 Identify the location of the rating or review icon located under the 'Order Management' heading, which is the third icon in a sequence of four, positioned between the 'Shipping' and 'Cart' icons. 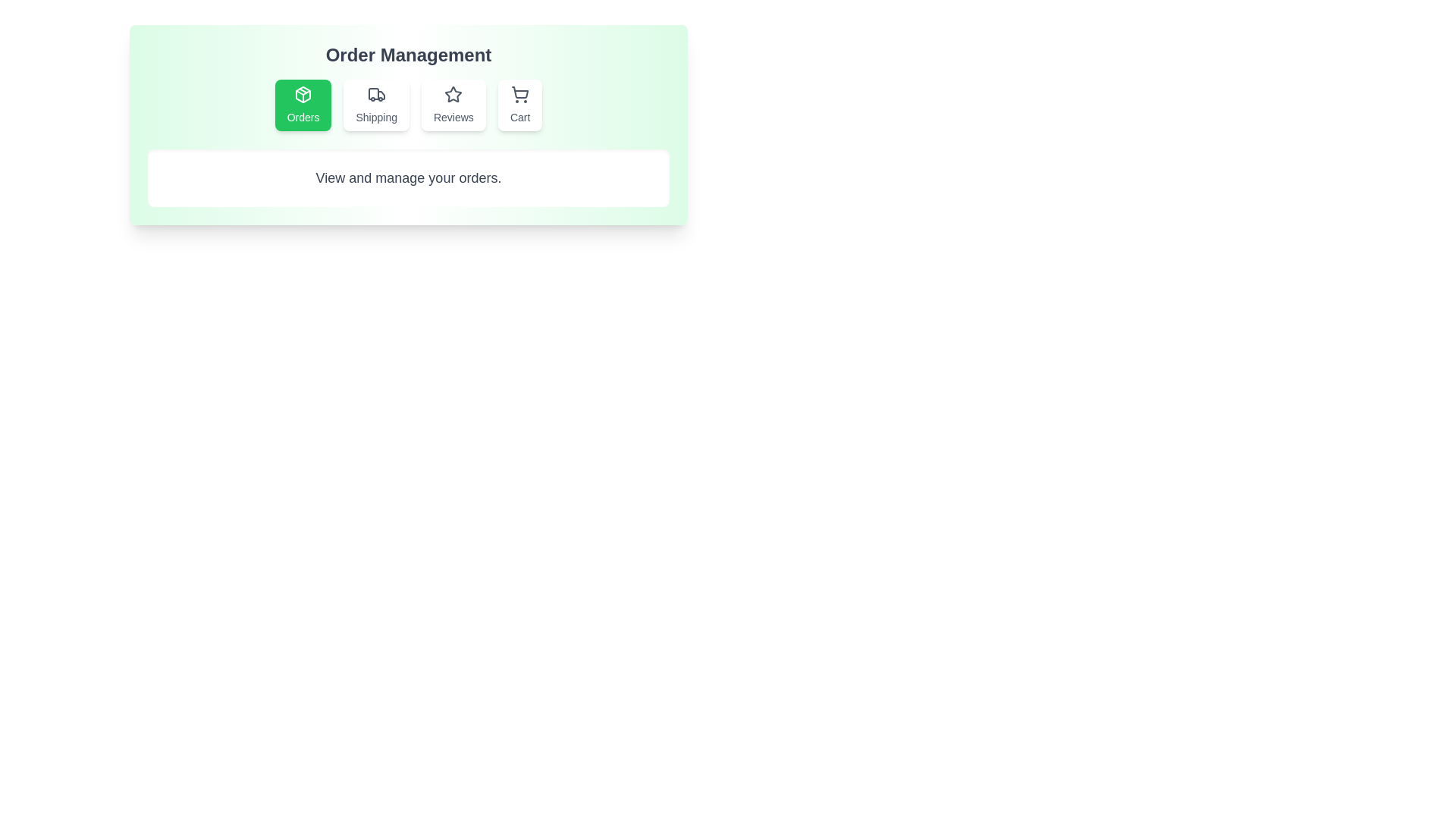
(453, 94).